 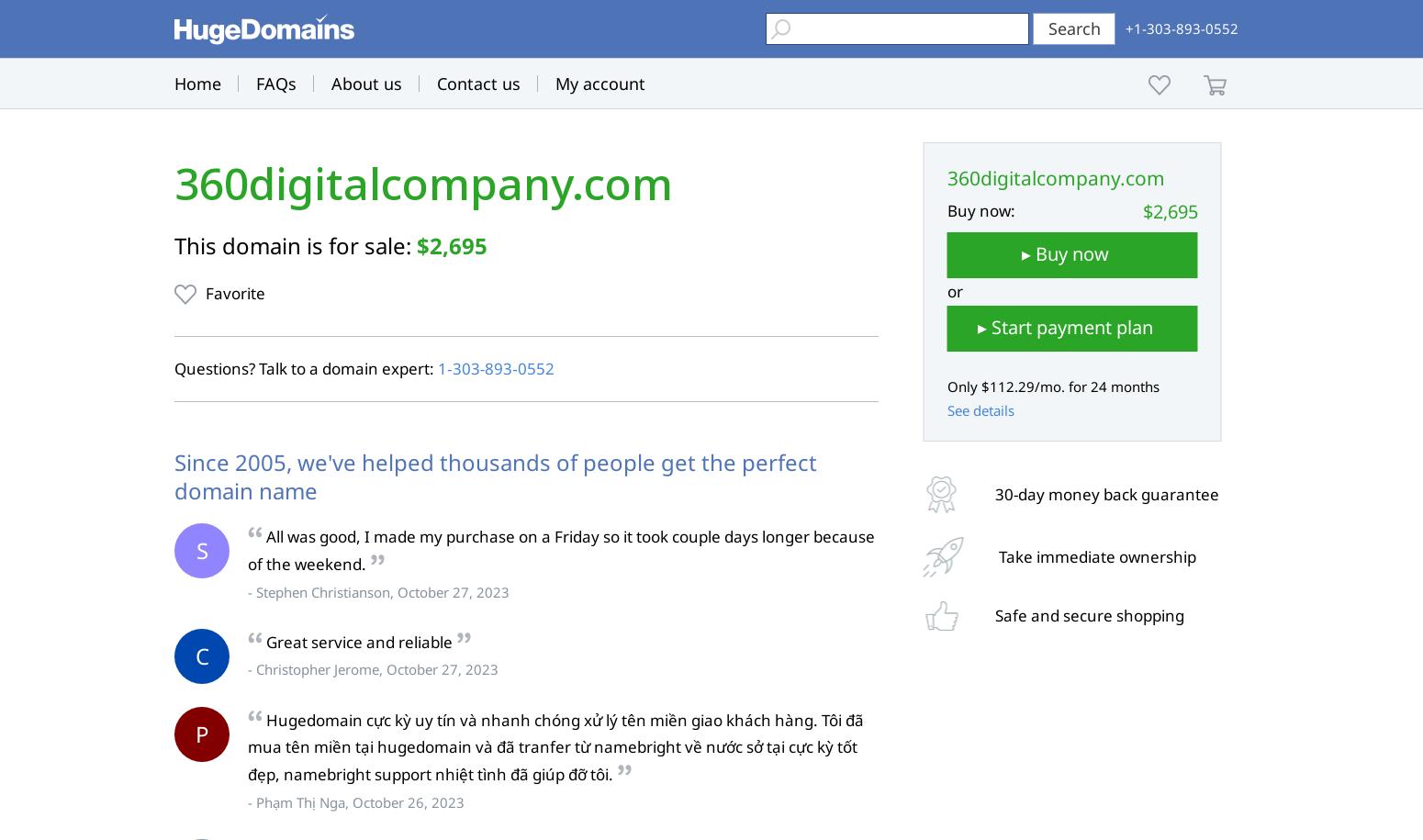 I want to click on 'C', so click(x=200, y=655).